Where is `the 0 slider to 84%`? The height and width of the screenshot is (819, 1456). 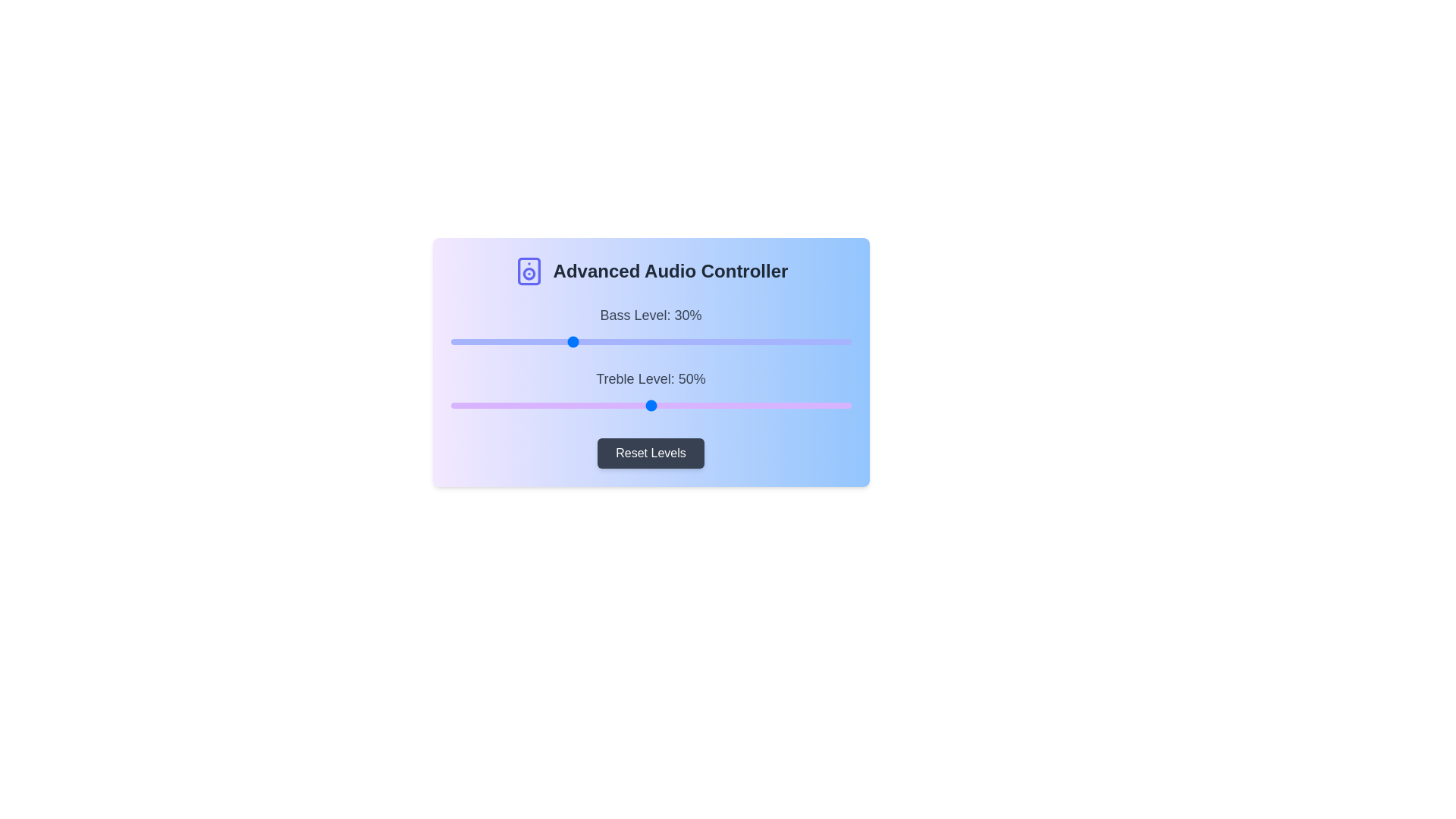 the 0 slider to 84% is located at coordinates (786, 342).